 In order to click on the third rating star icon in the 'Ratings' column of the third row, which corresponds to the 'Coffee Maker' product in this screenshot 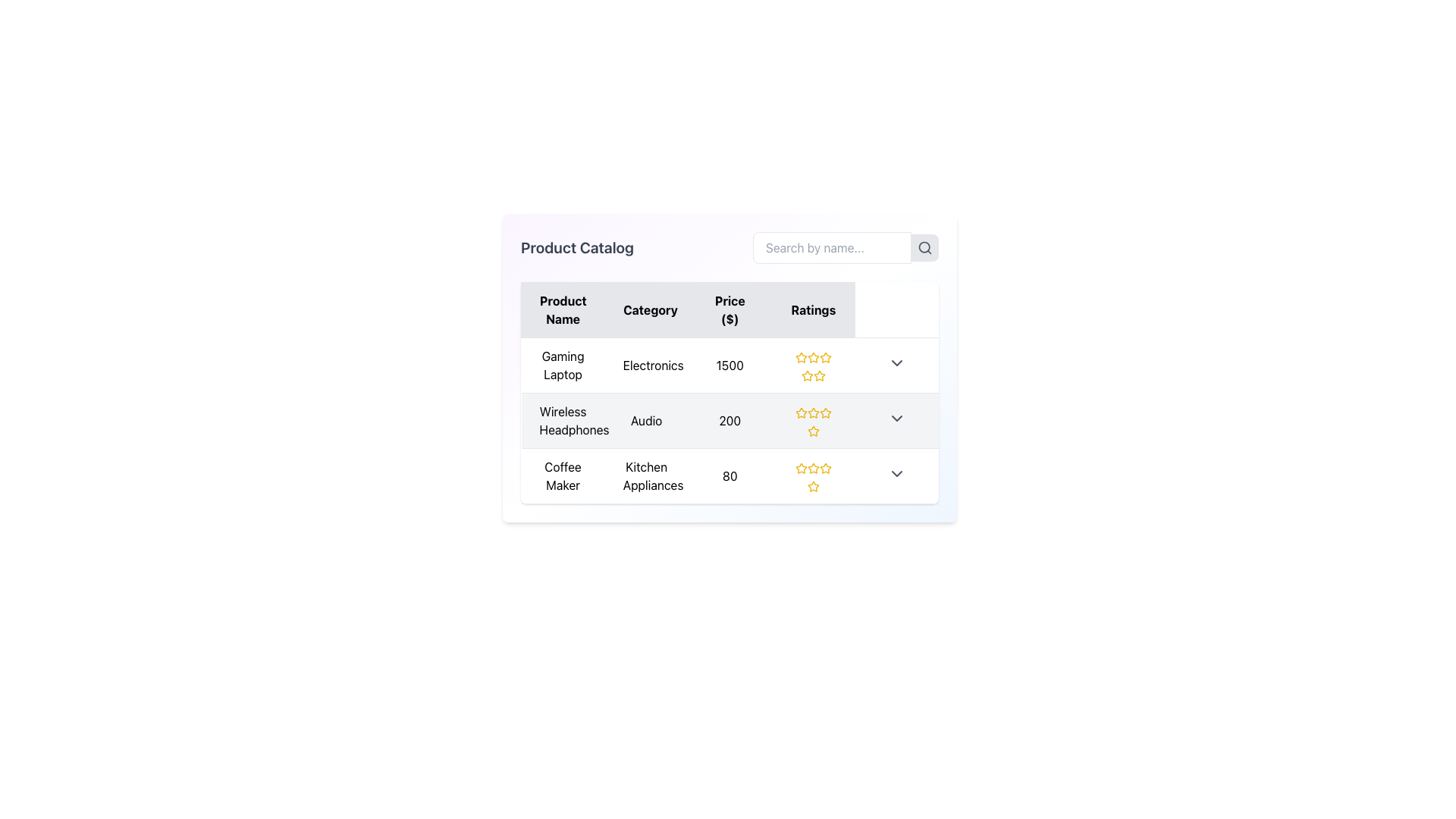, I will do `click(812, 467)`.